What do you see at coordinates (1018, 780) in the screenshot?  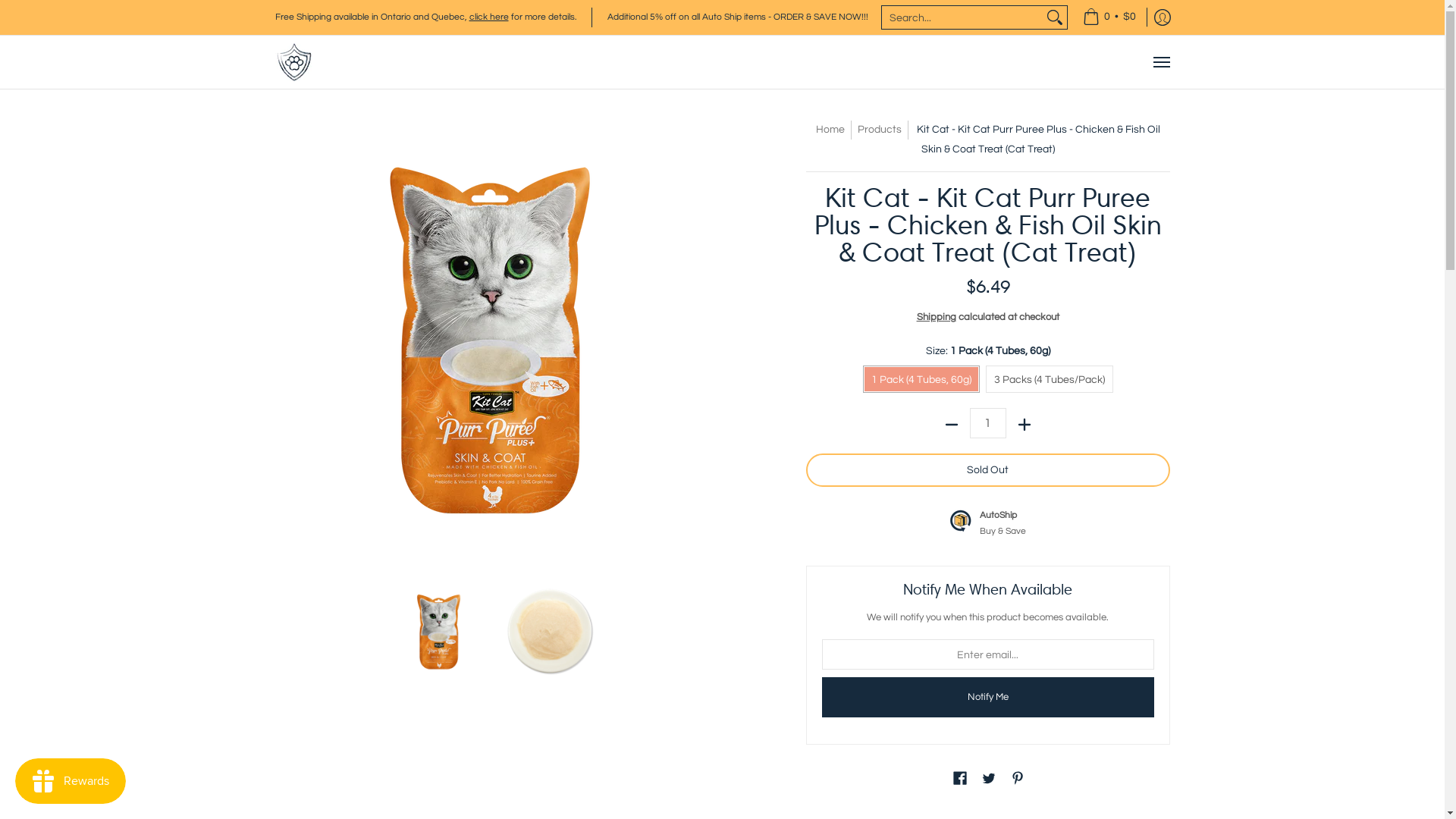 I see `'Pinterest'` at bounding box center [1018, 780].